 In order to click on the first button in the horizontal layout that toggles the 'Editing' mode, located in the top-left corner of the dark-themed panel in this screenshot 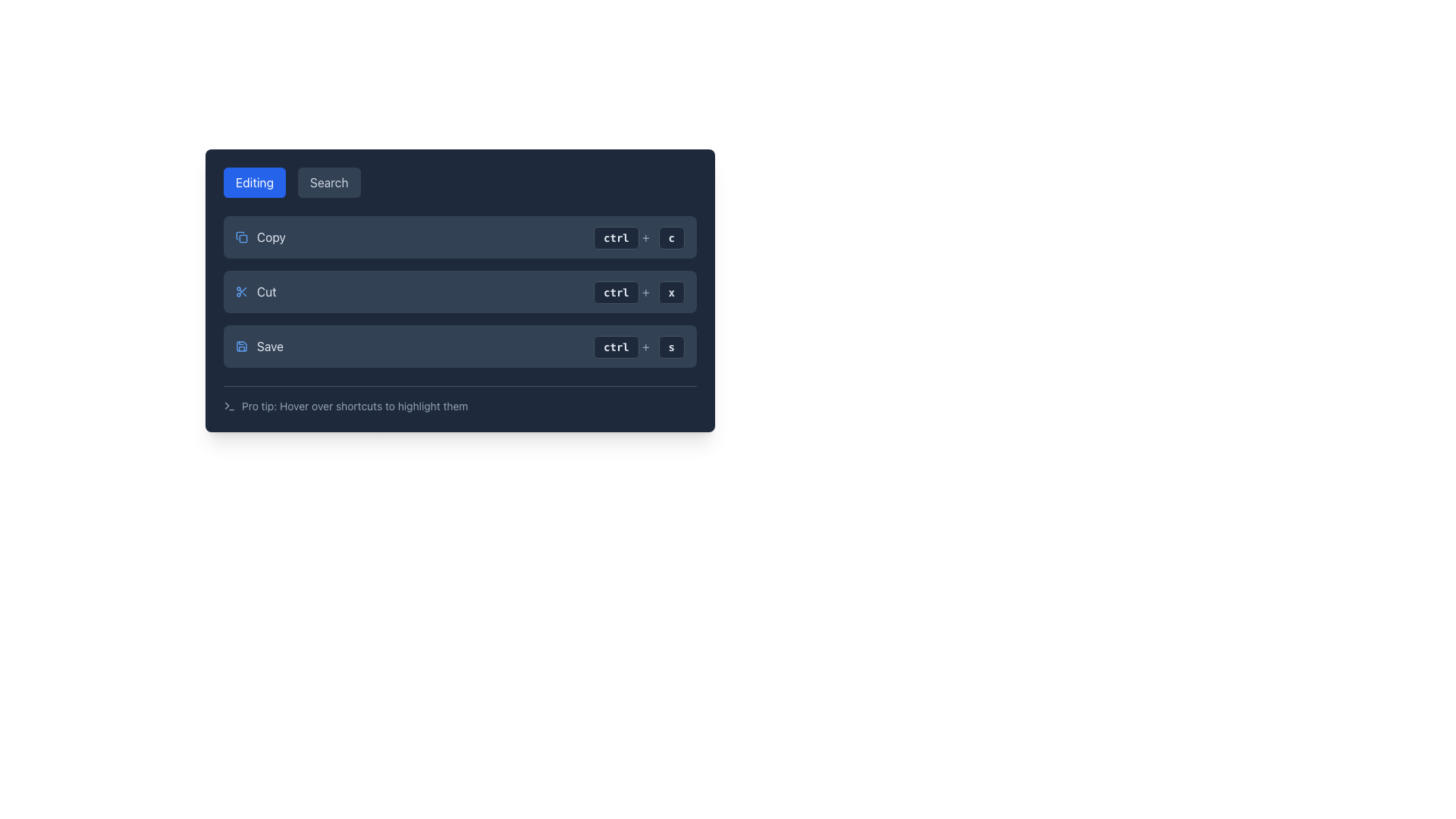, I will do `click(255, 181)`.